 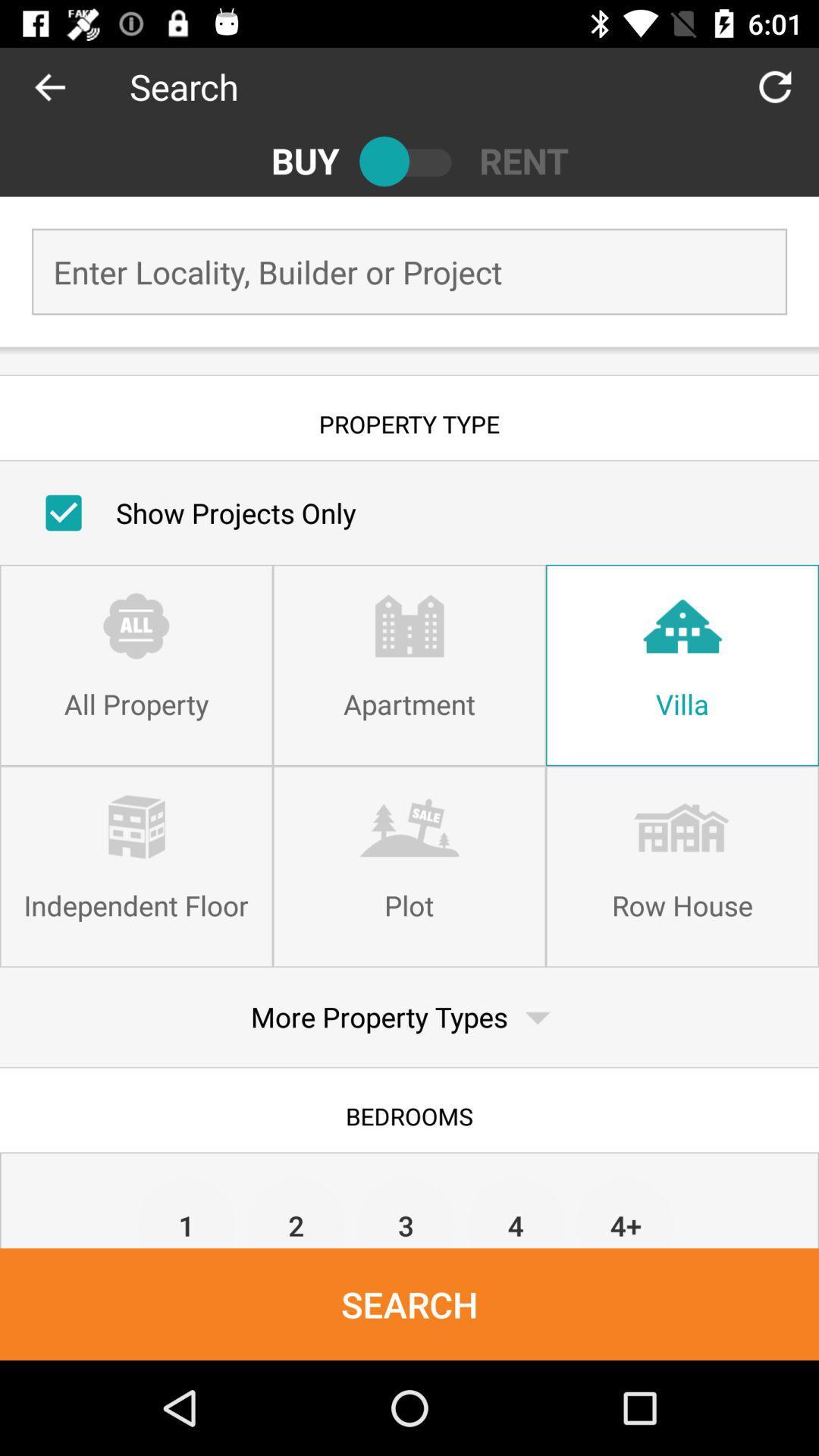 I want to click on search option, so click(x=409, y=161).